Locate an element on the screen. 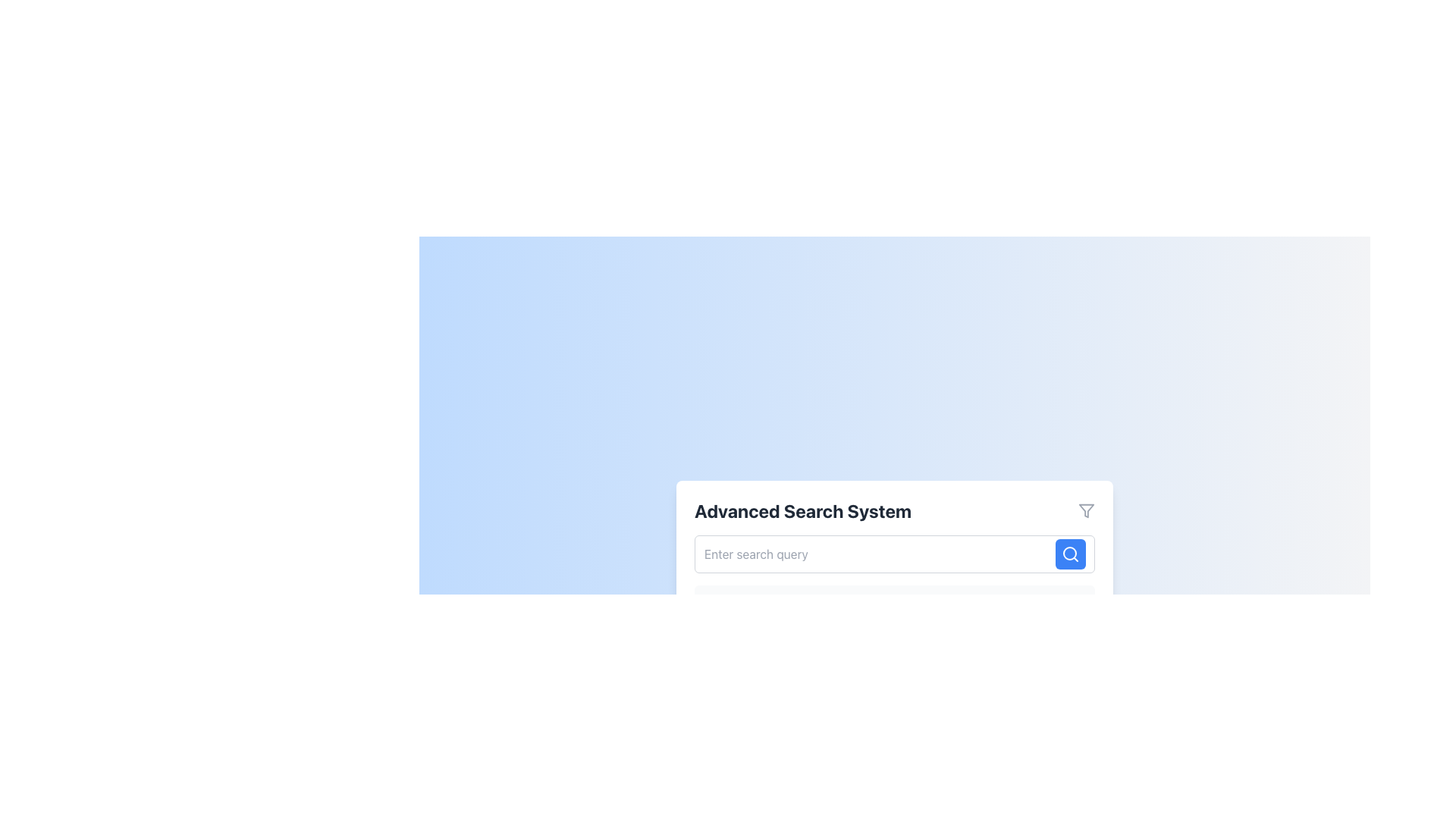 This screenshot has height=819, width=1456. the magnifying glass icon inside the blue button is located at coordinates (1069, 554).